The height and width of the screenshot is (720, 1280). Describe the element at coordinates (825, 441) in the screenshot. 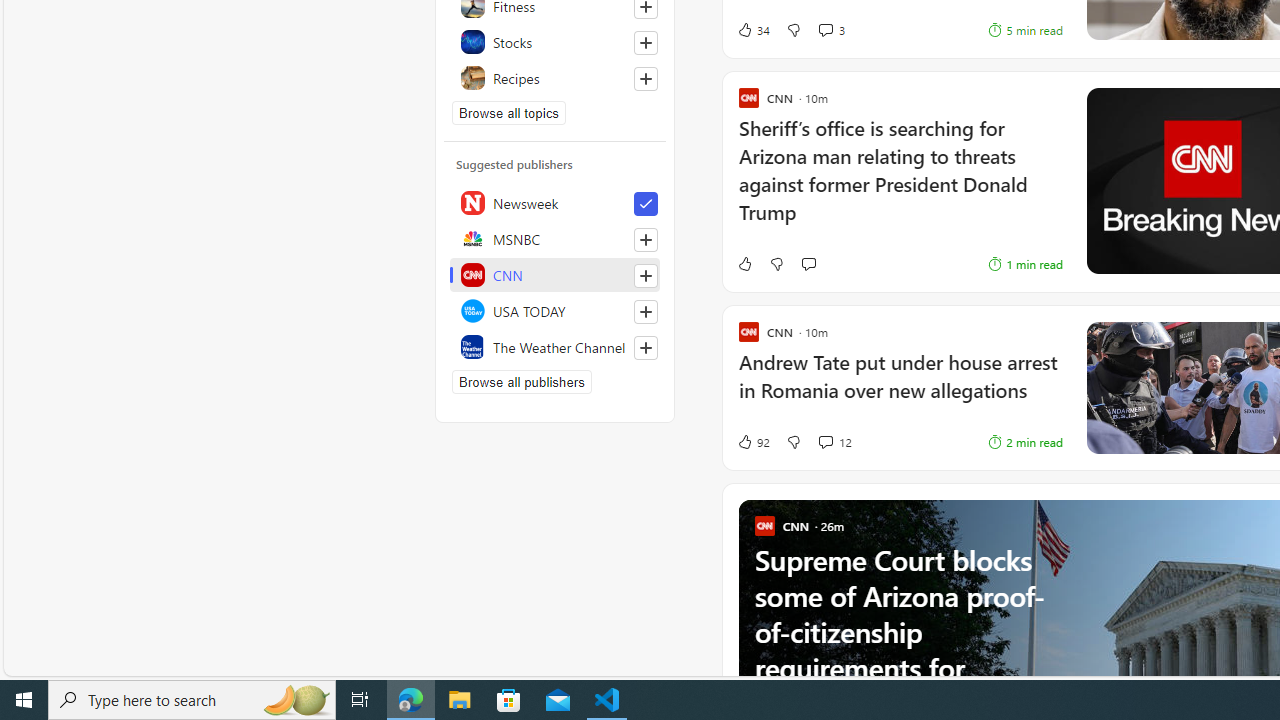

I see `'View comments 12 Comment'` at that location.